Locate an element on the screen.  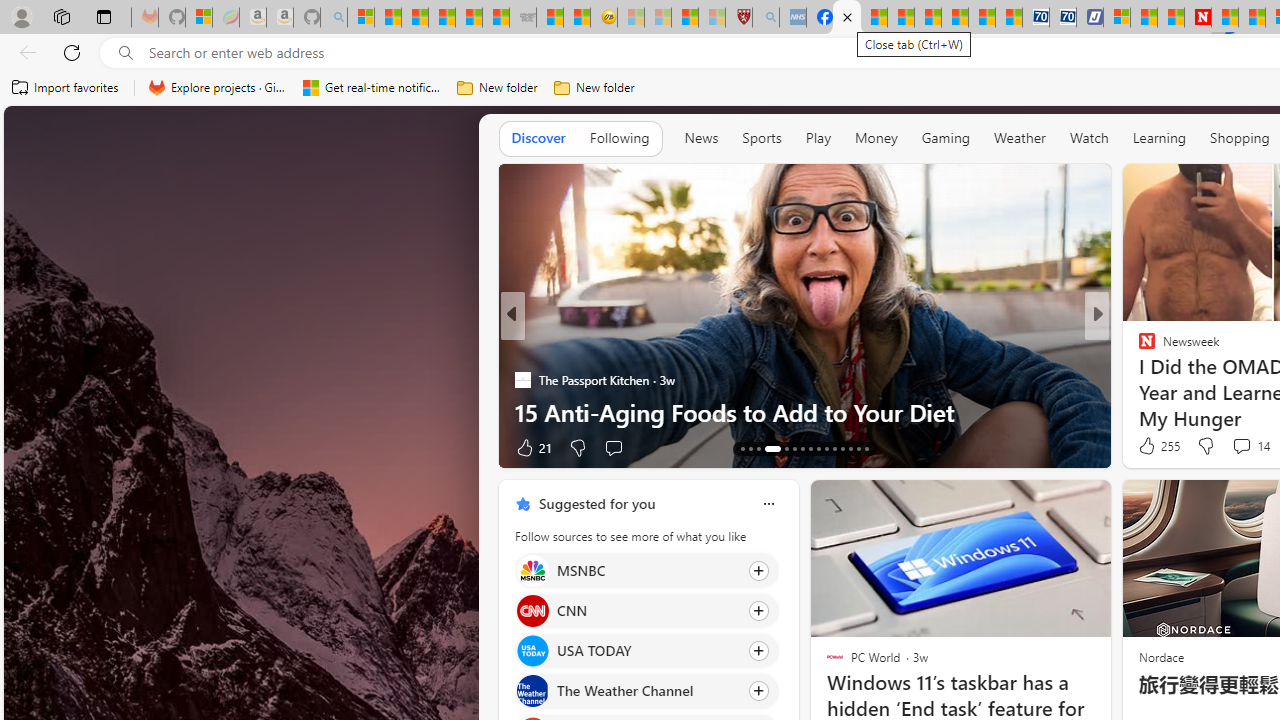
'12 Popular Science Lies that Must be Corrected - Sleeping' is located at coordinates (711, 17).